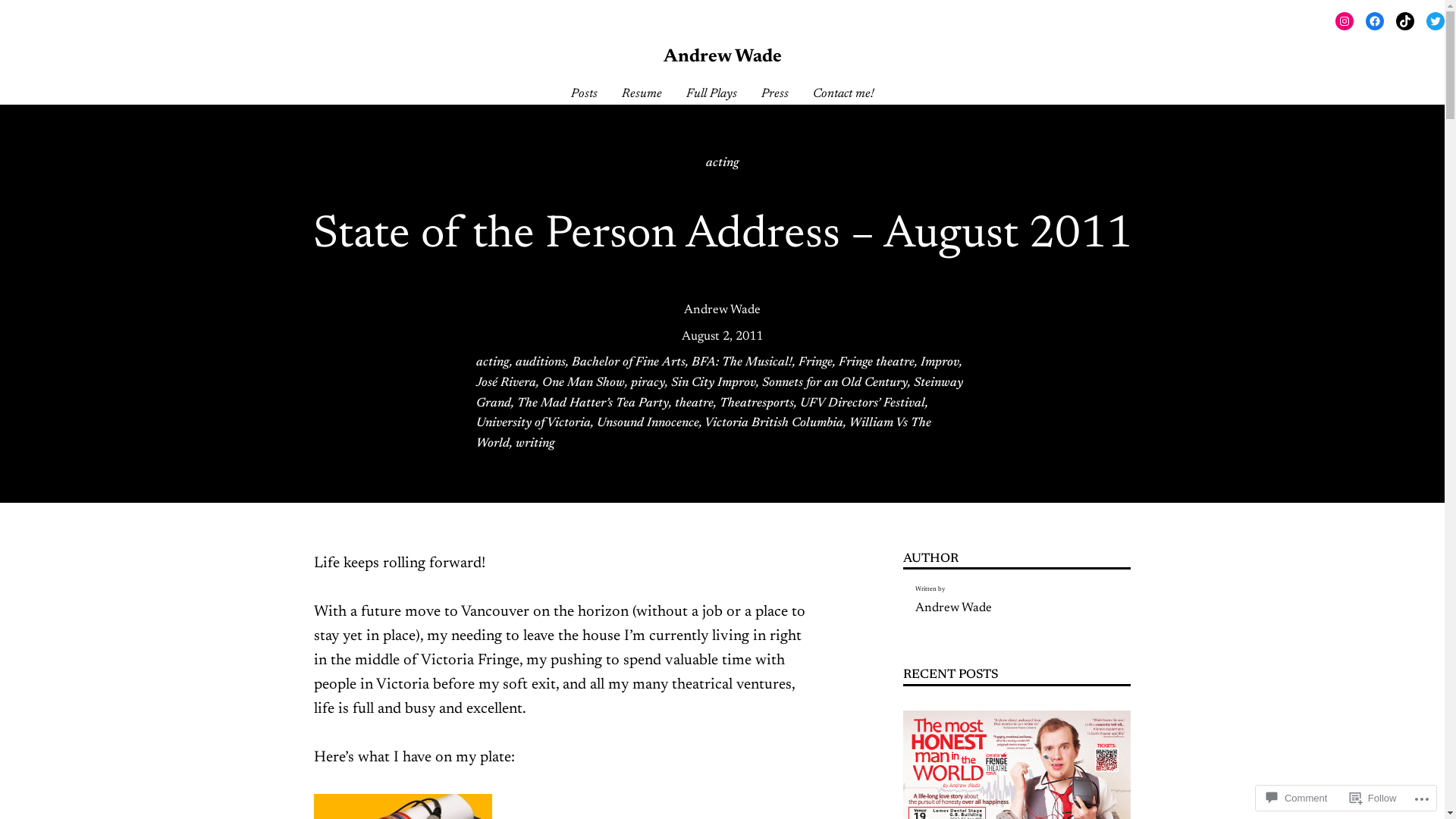 This screenshot has width=1456, height=819. Describe the element at coordinates (583, 94) in the screenshot. I see `'Posts'` at that location.